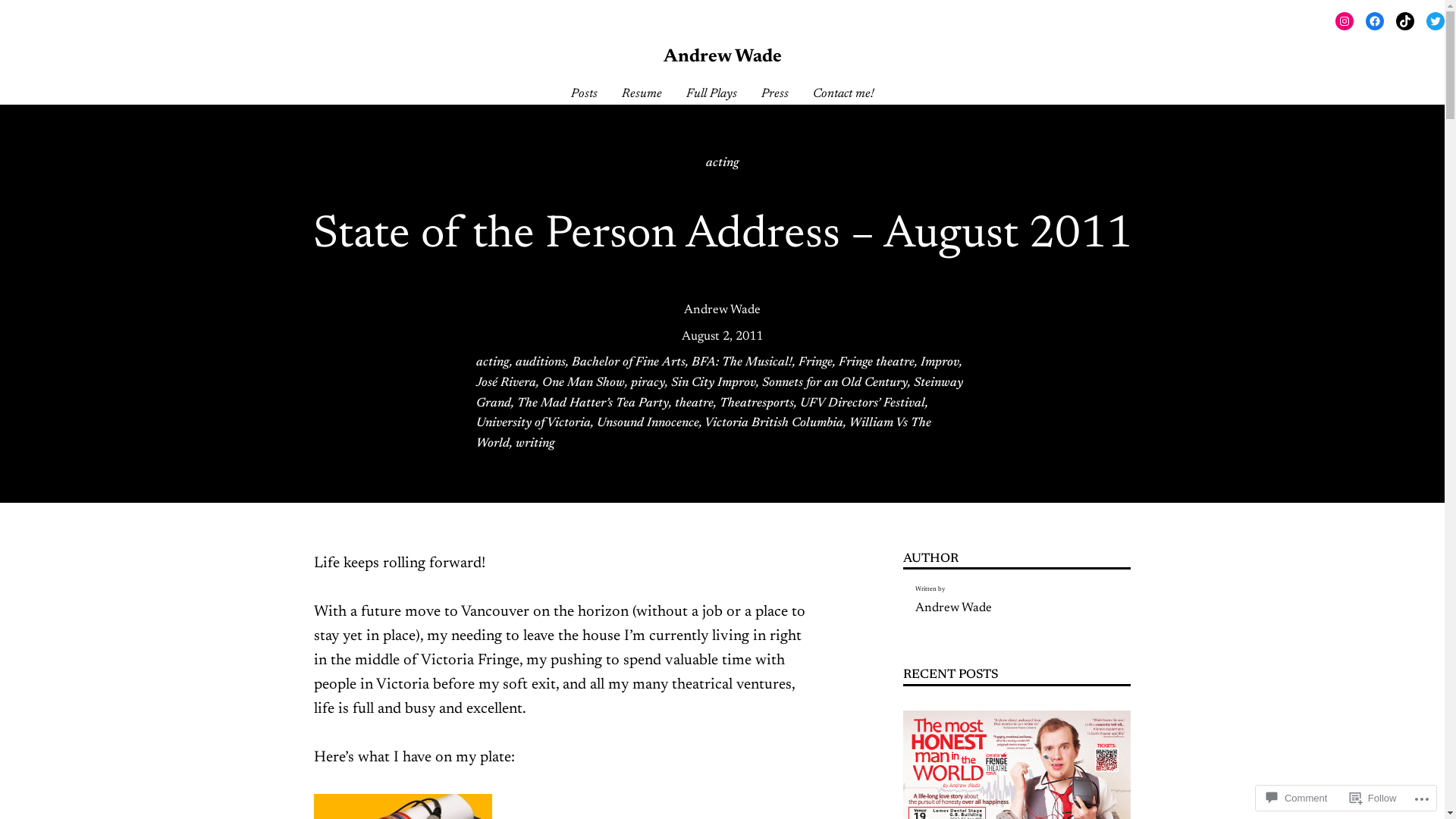 This screenshot has width=1456, height=819. Describe the element at coordinates (583, 94) in the screenshot. I see `'Posts'` at that location.